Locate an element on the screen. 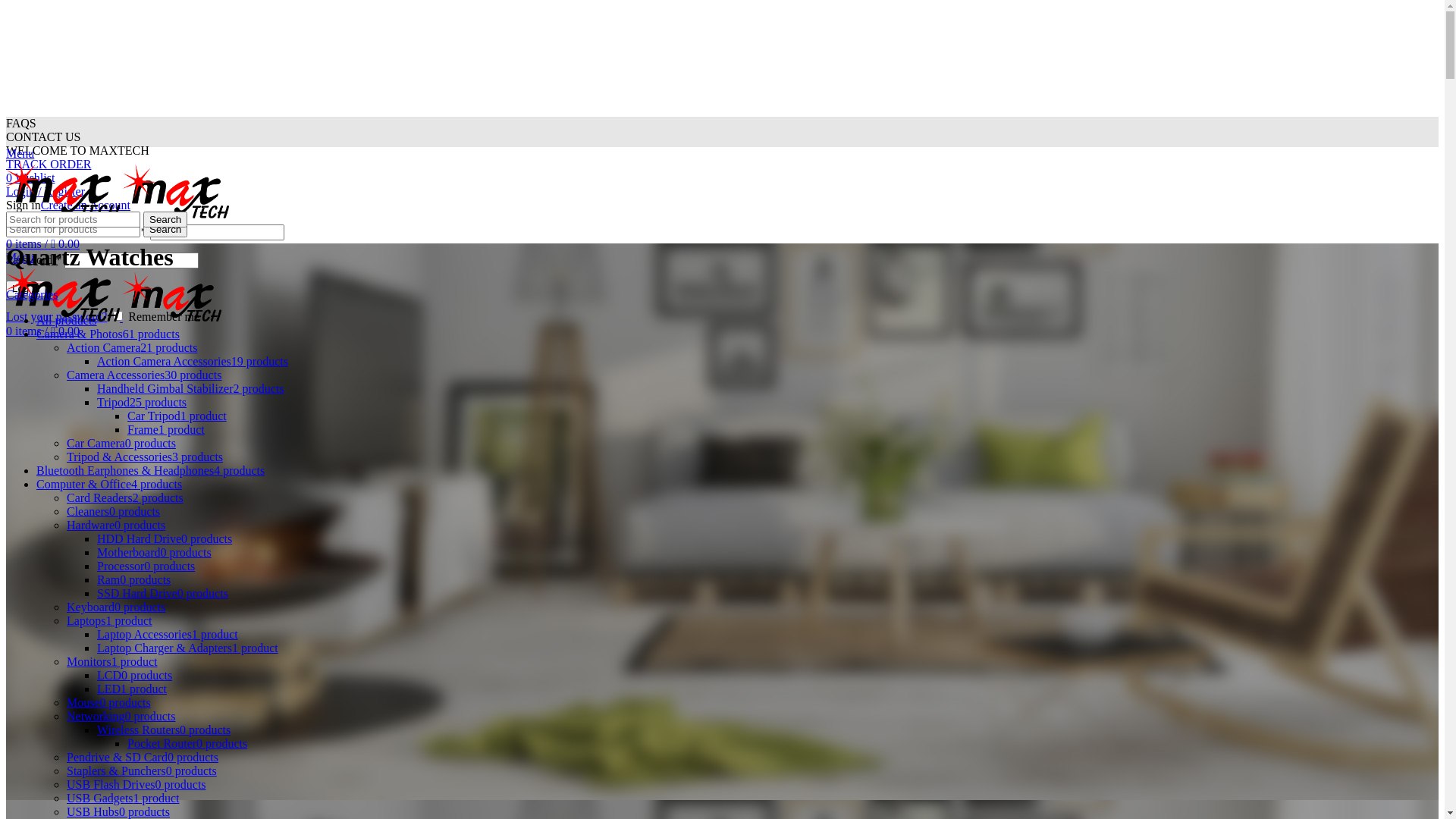 The width and height of the screenshot is (1456, 819). 'Pendrive & SD Card0 products' is located at coordinates (142, 757).